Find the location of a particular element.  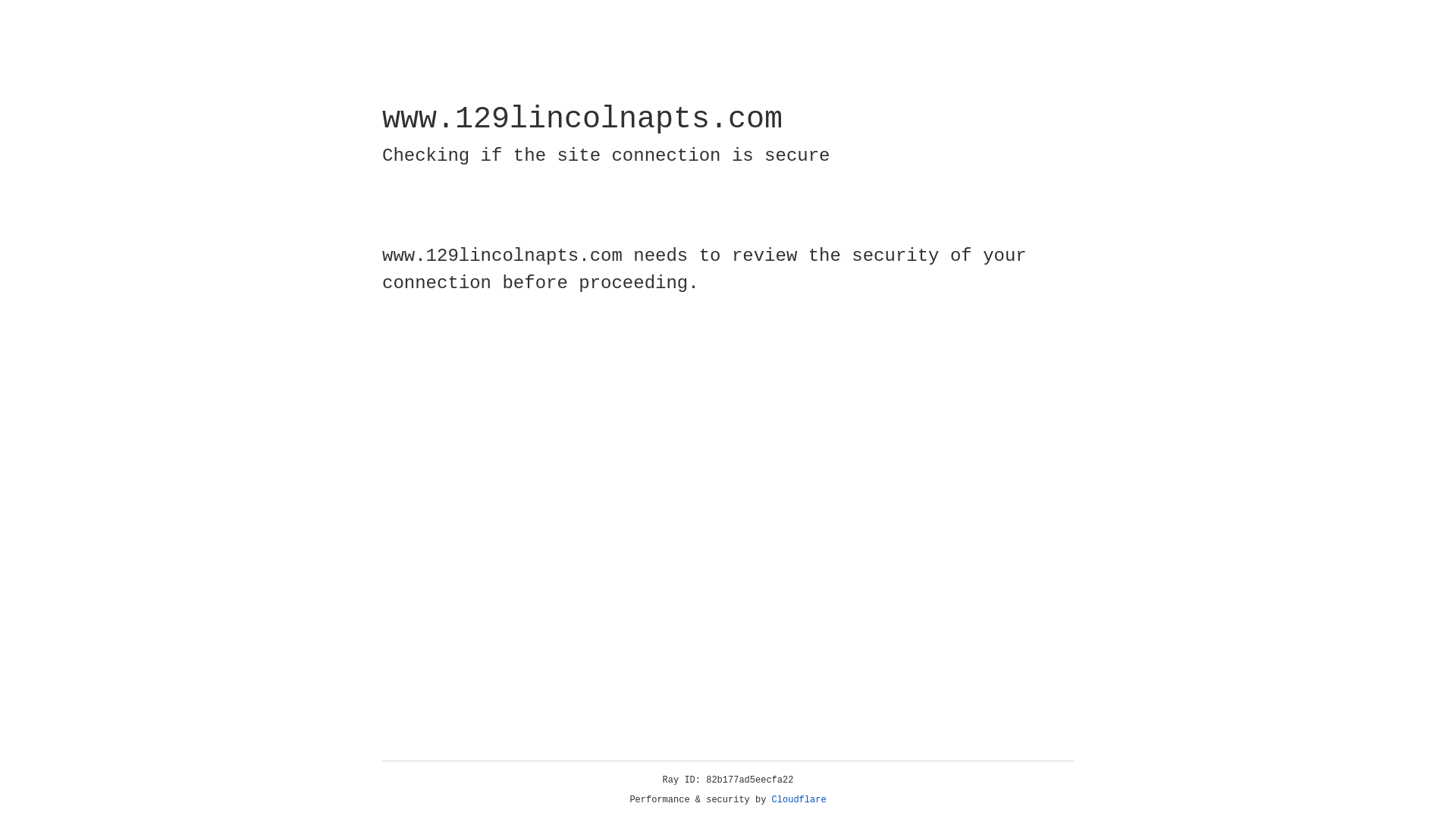

'Cloudflare' is located at coordinates (799, 799).